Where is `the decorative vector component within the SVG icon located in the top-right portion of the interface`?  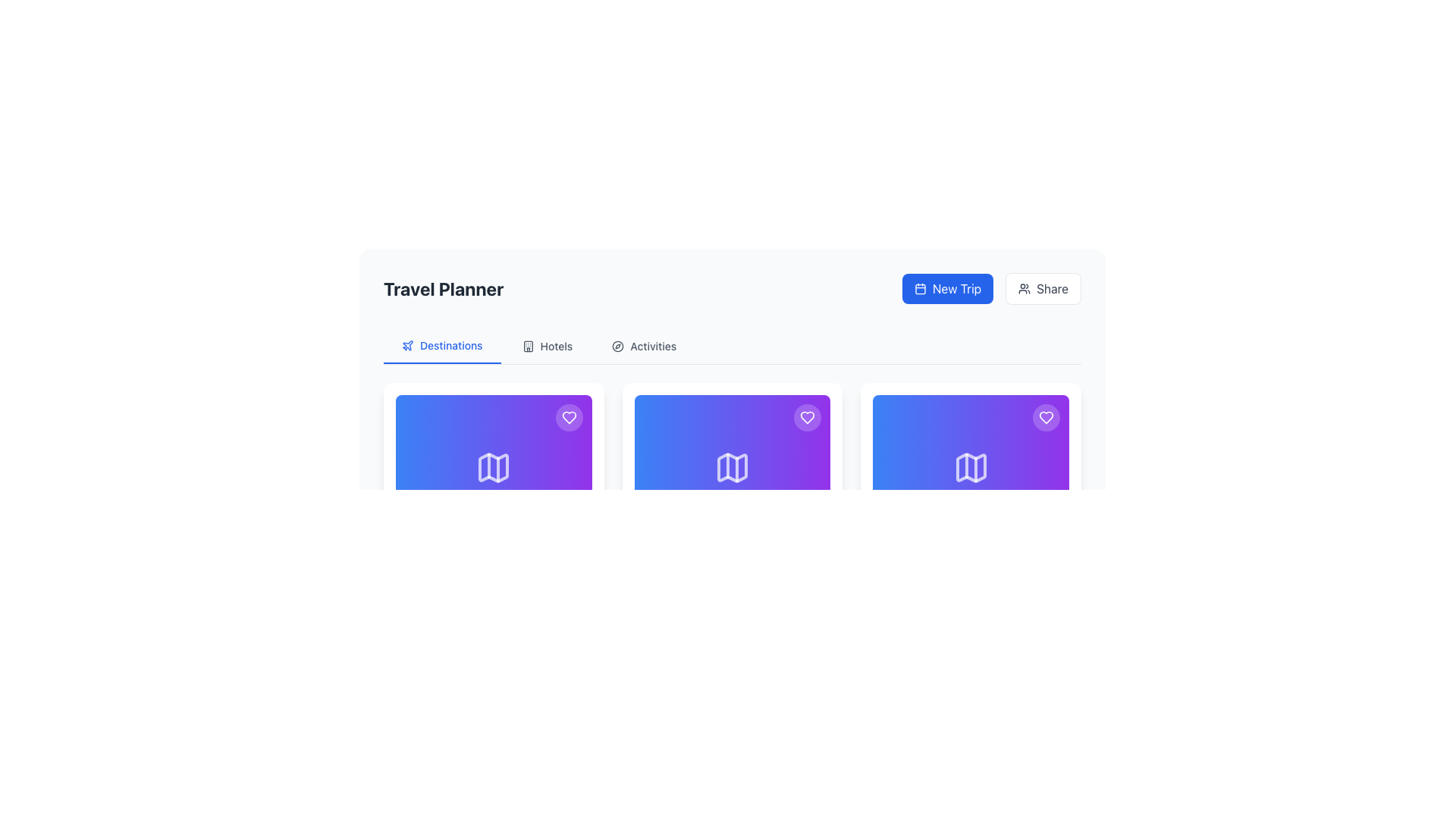
the decorative vector component within the SVG icon located in the top-right portion of the interface is located at coordinates (528, 346).